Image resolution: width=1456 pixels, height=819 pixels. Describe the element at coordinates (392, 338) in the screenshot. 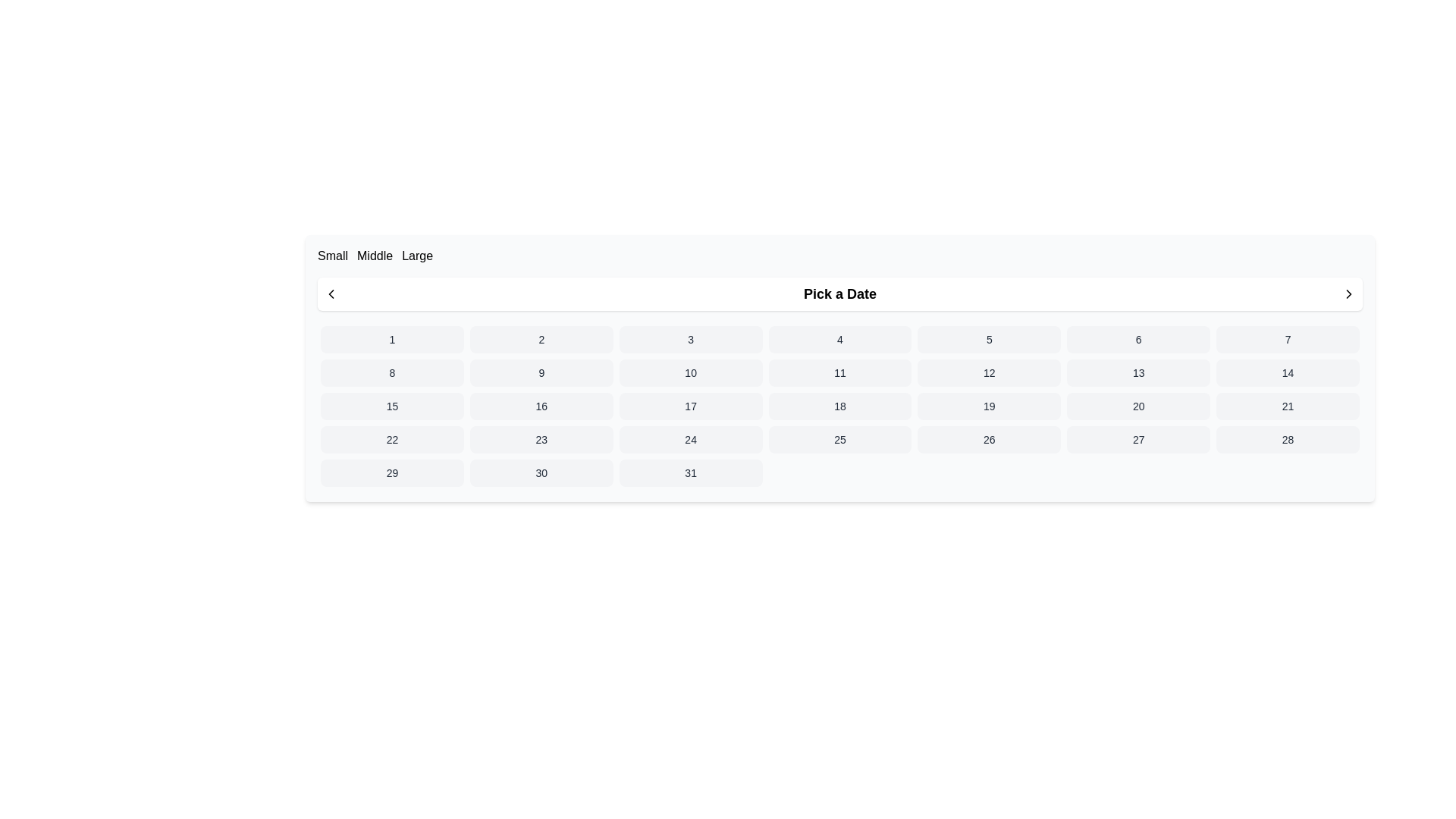

I see `the gray rounded rectangle button labeled '1' located in the top-left corner of the numeric grid` at that location.